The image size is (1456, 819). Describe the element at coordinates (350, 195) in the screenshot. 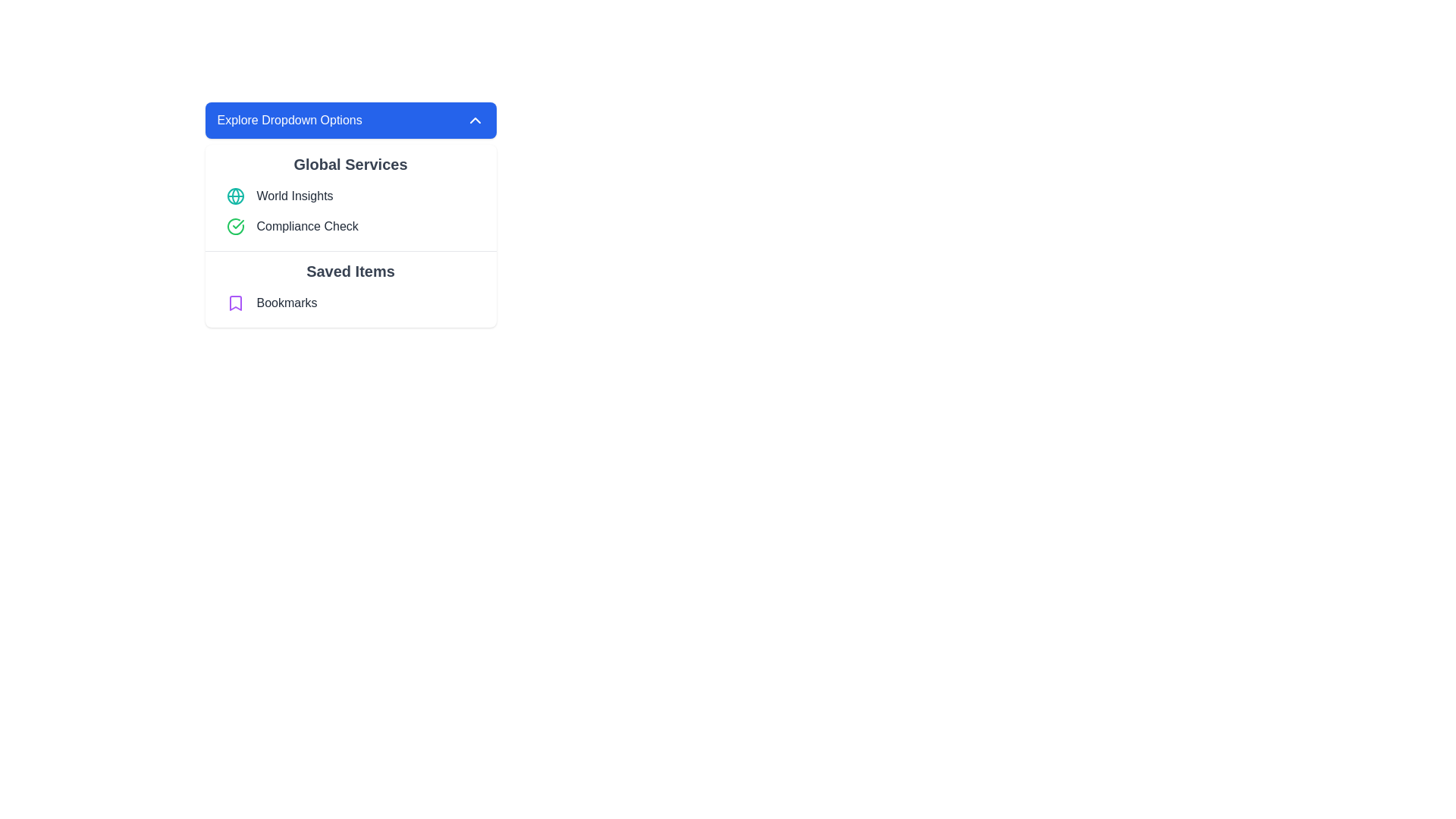

I see `the first selectable list item under the 'Global Services' section, which represents the 'World Insights' service` at that location.